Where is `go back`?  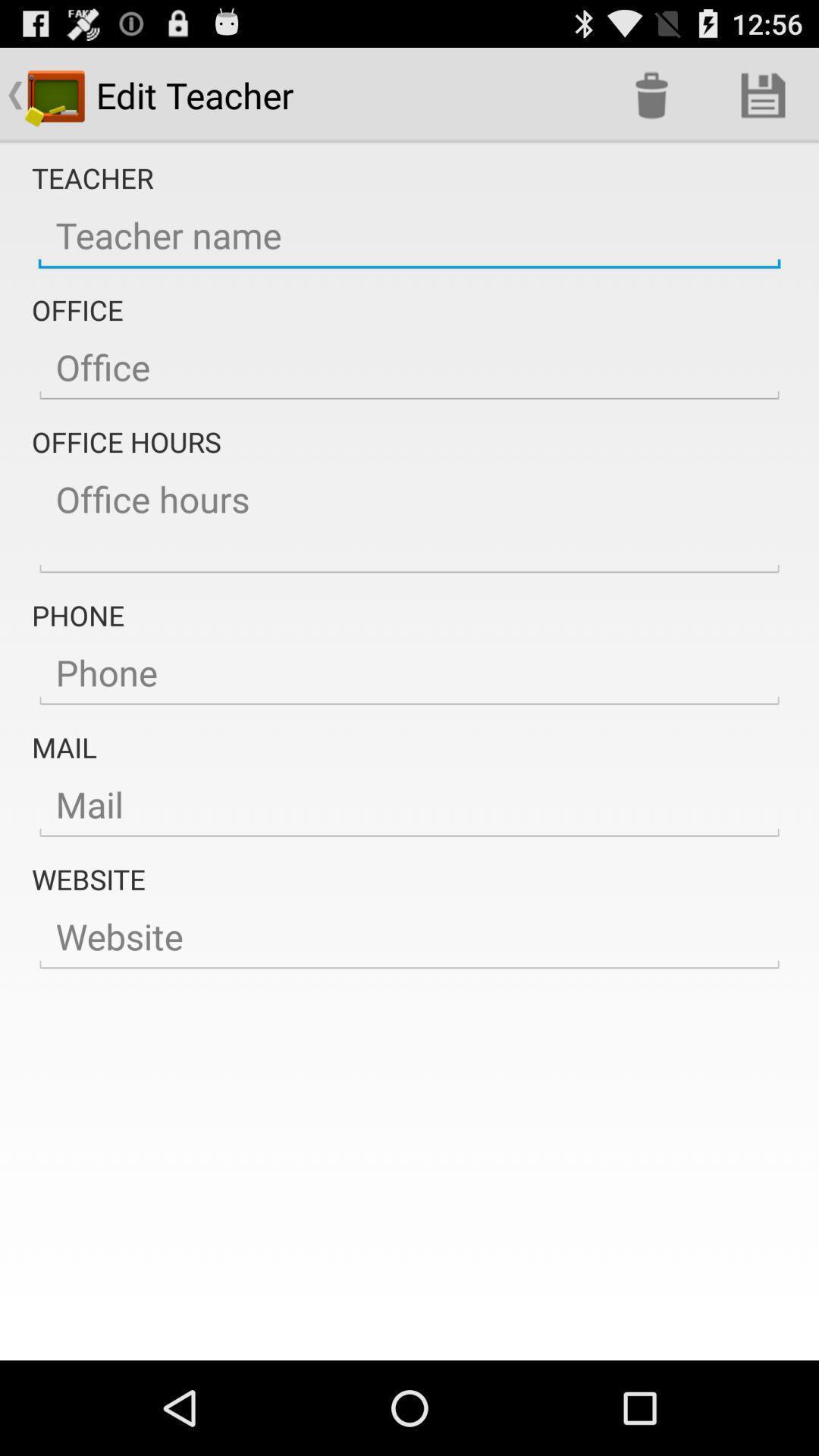 go back is located at coordinates (409, 804).